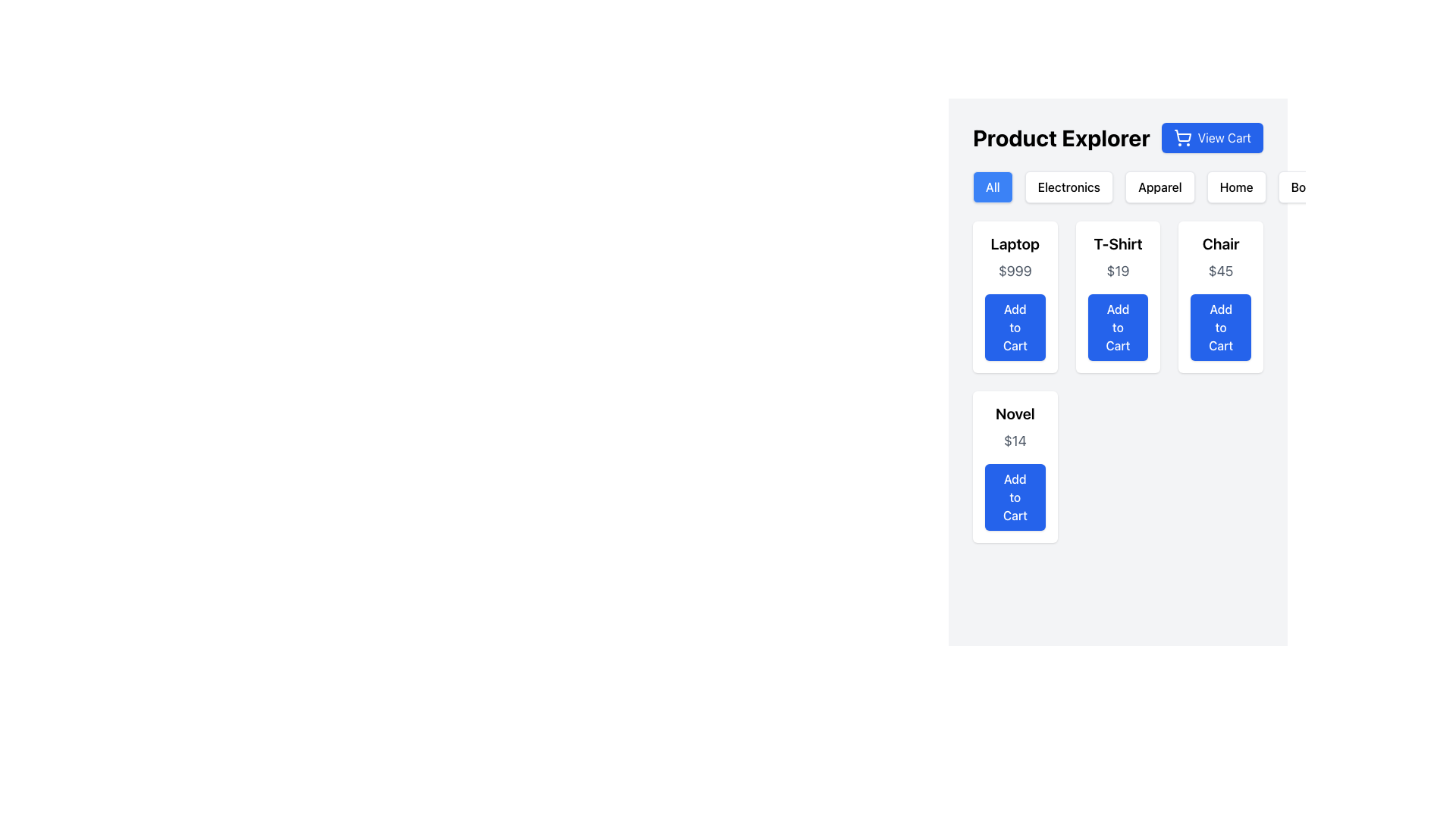 Image resolution: width=1456 pixels, height=819 pixels. I want to click on product name 'T-Shirt' displayed in the text label located in the second column of the grid under the 'Product Explorer' section, specifically above the '$19' text and 'Add to Cart' button, so click(1118, 243).